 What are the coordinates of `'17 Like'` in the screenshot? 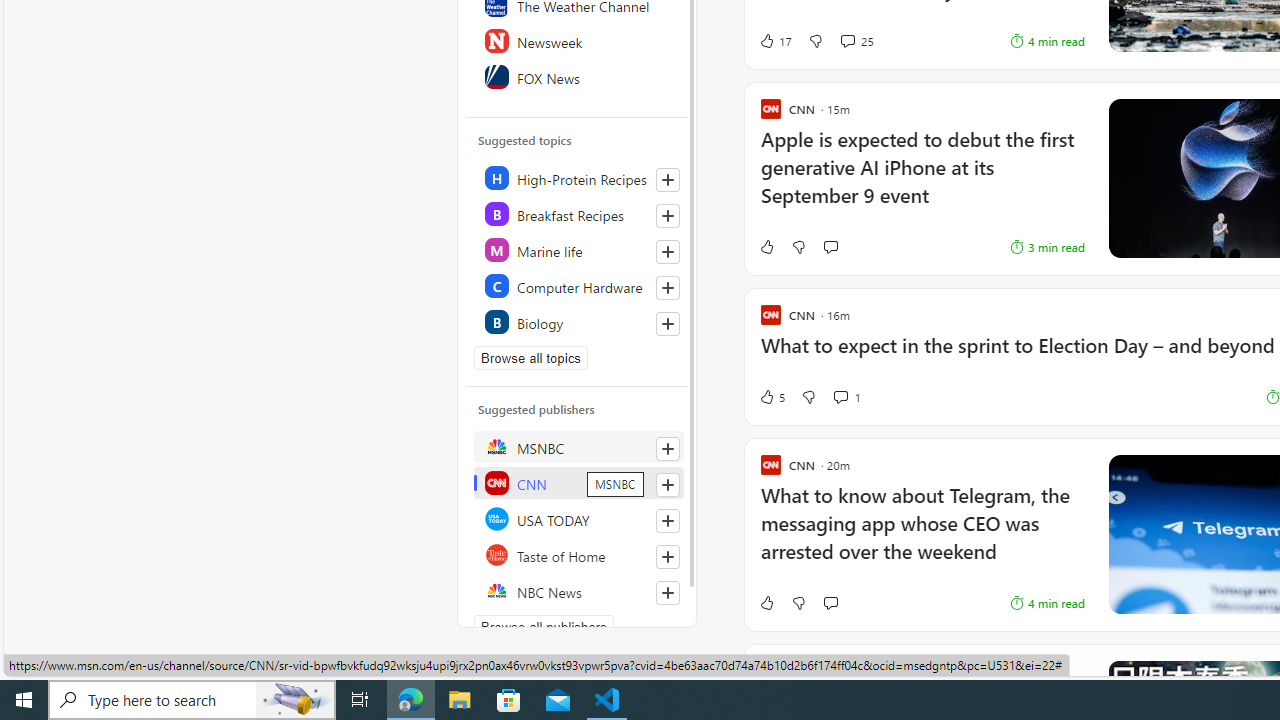 It's located at (774, 41).